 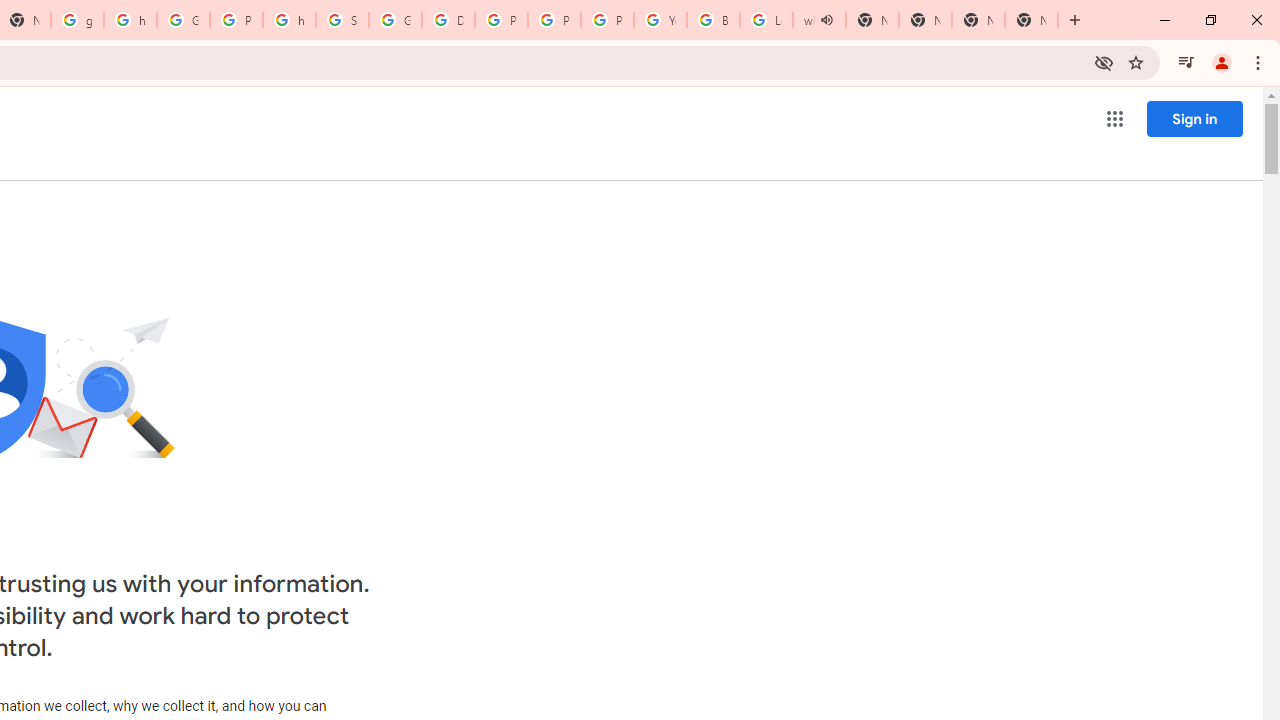 I want to click on 'YouTube', so click(x=660, y=20).